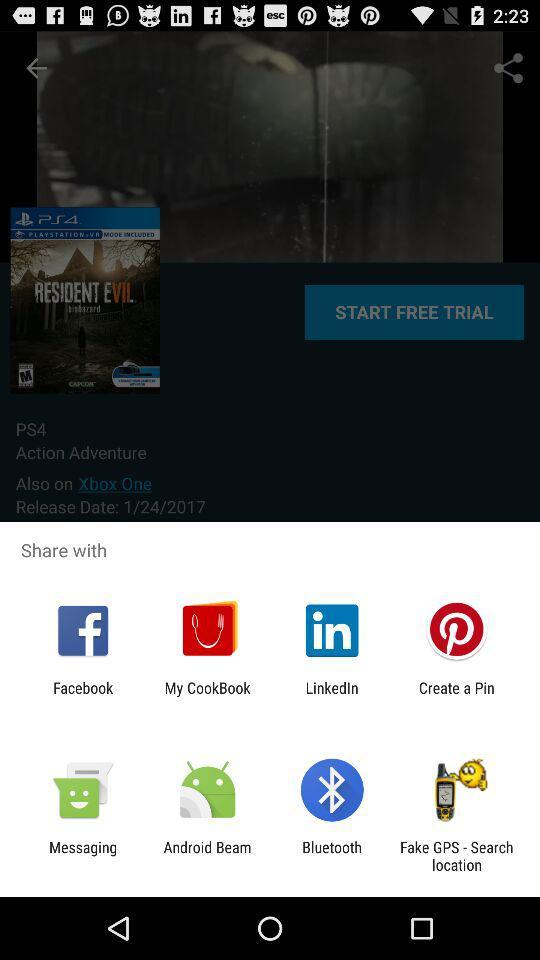 The height and width of the screenshot is (960, 540). Describe the element at coordinates (456, 855) in the screenshot. I see `icon next to the bluetooth item` at that location.